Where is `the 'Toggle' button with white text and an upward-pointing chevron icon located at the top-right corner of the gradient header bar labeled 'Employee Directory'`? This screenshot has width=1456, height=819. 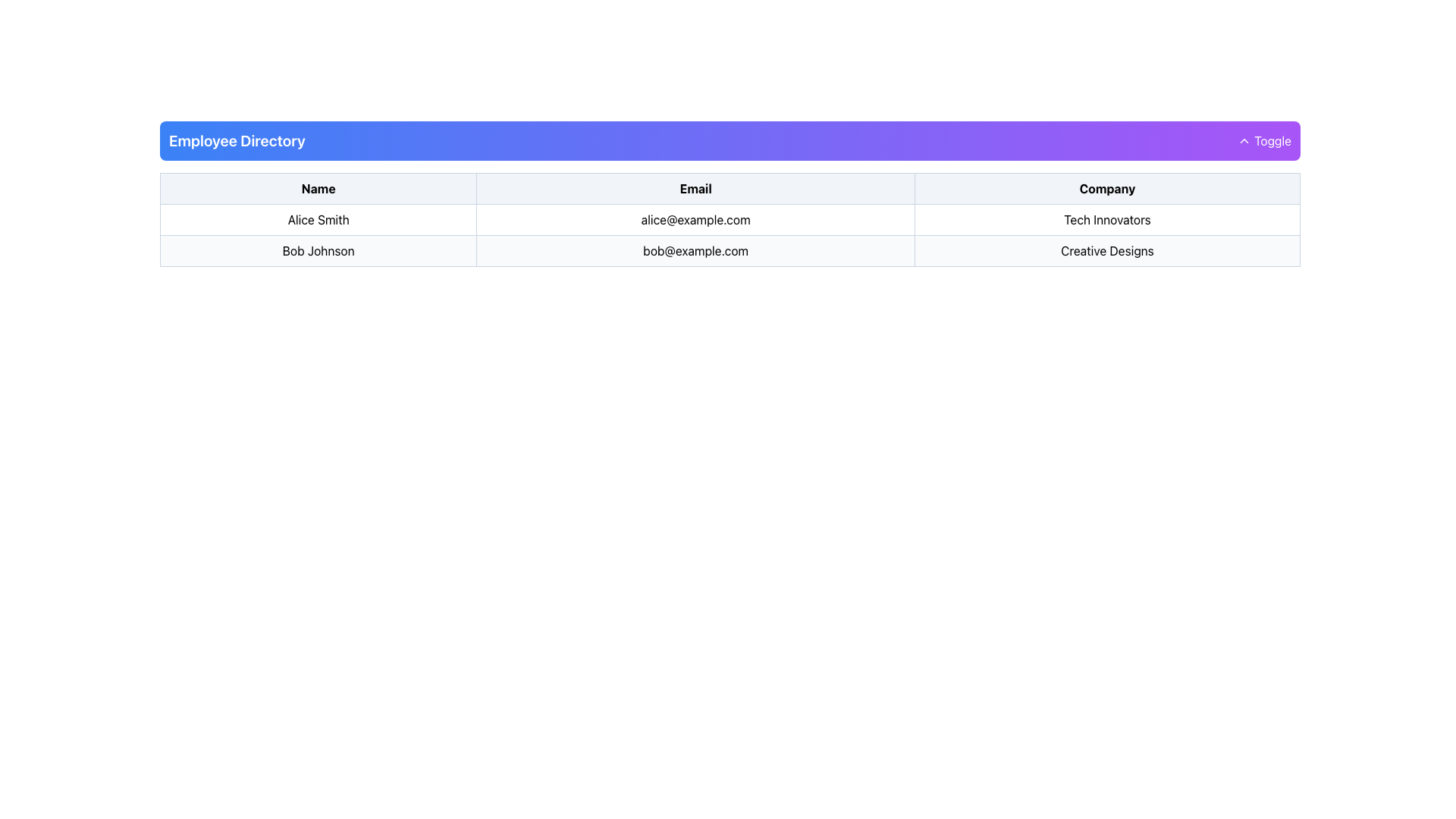 the 'Toggle' button with white text and an upward-pointing chevron icon located at the top-right corner of the gradient header bar labeled 'Employee Directory' is located at coordinates (1264, 140).